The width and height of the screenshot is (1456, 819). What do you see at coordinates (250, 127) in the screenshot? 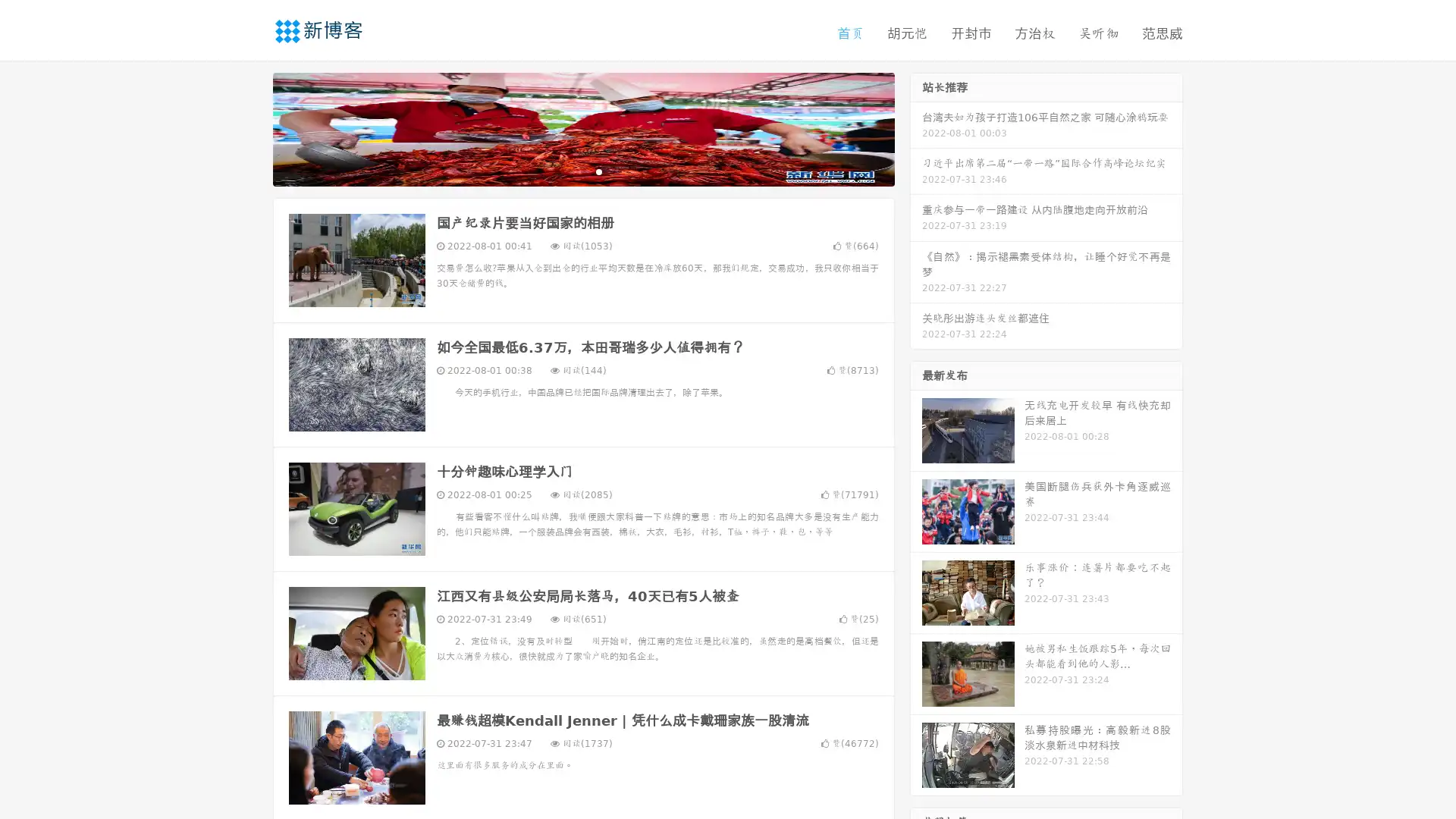
I see `Previous slide` at bounding box center [250, 127].